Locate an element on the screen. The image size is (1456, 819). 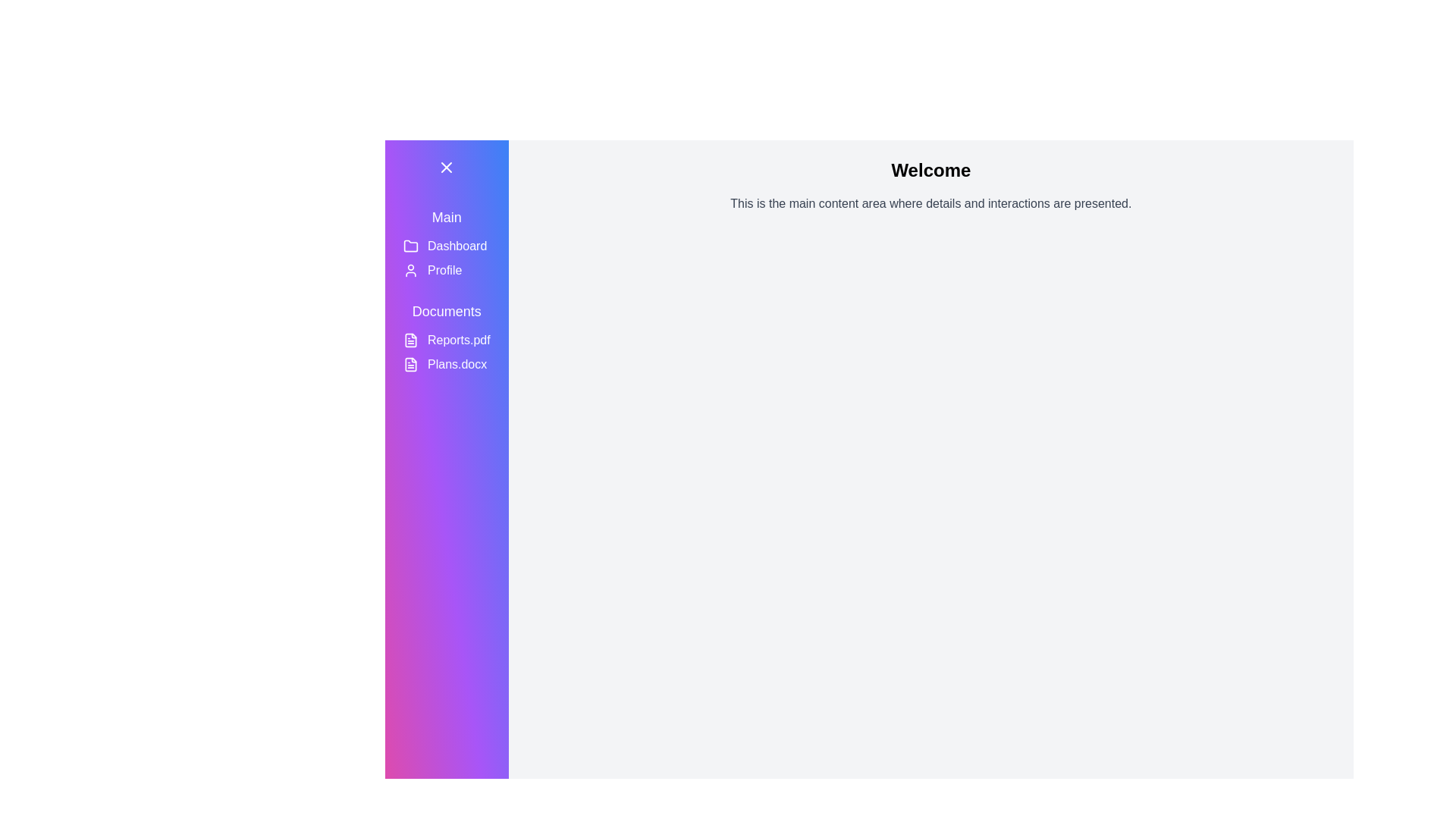
the gray textual paragraph located below the 'Welcome' header, which is styled in medium text size and serves as a descriptive block within a light gray content area is located at coordinates (930, 203).